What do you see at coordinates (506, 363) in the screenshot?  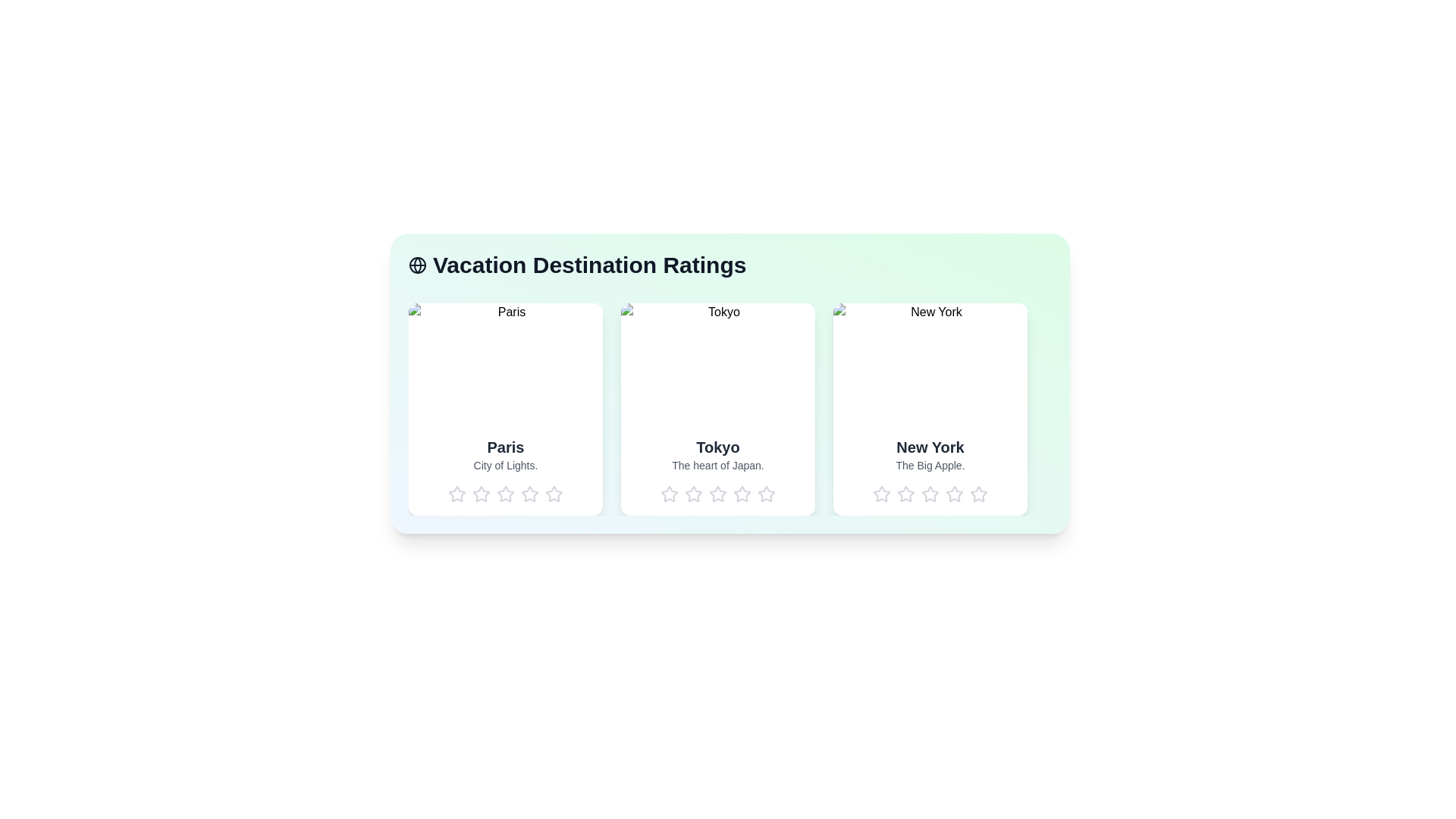 I see `the image of the destination Paris to view it` at bounding box center [506, 363].